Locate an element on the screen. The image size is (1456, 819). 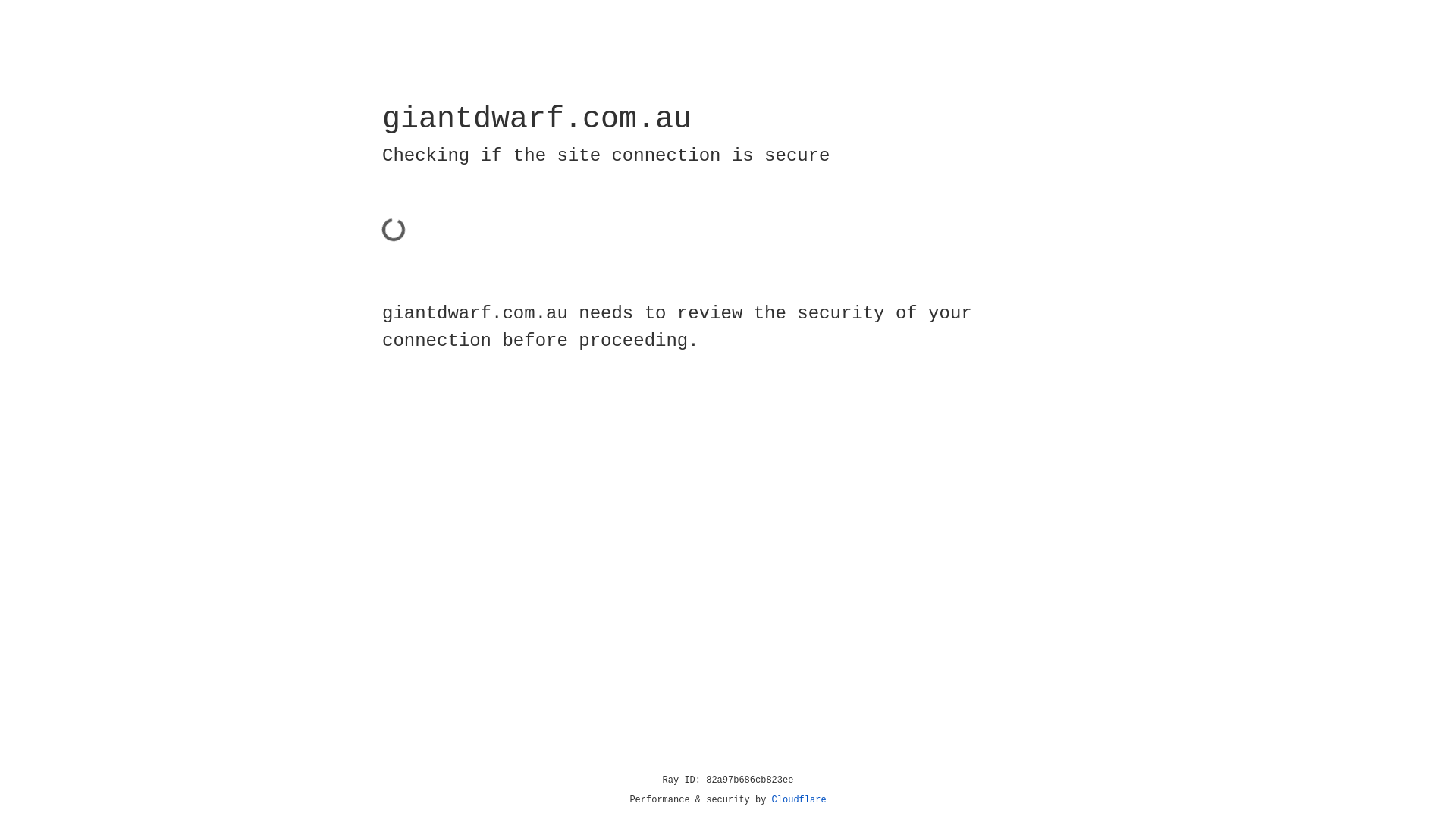
'Cloudflare' is located at coordinates (799, 799).